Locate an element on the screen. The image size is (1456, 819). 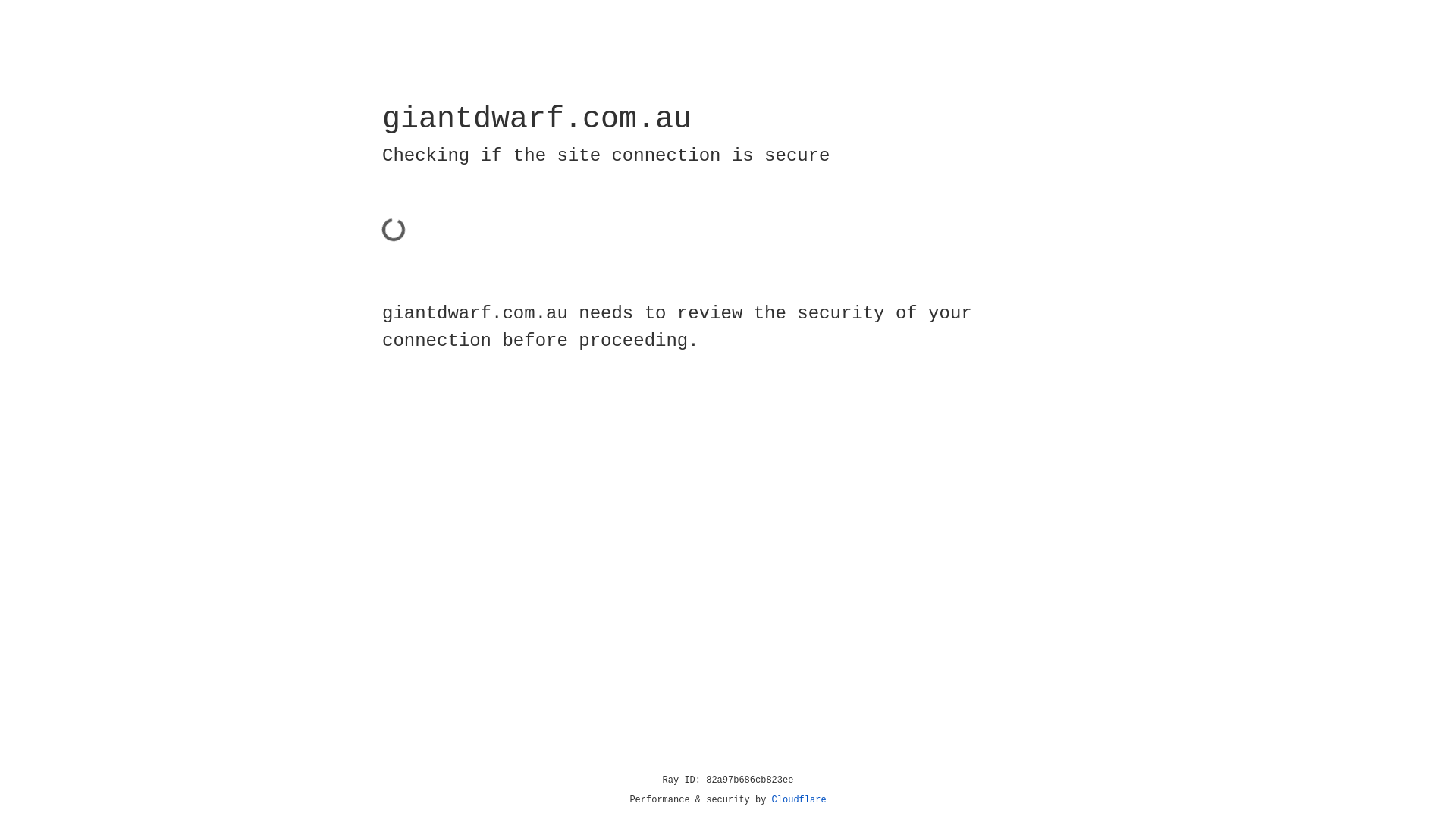
'Cloudflare' is located at coordinates (799, 799).